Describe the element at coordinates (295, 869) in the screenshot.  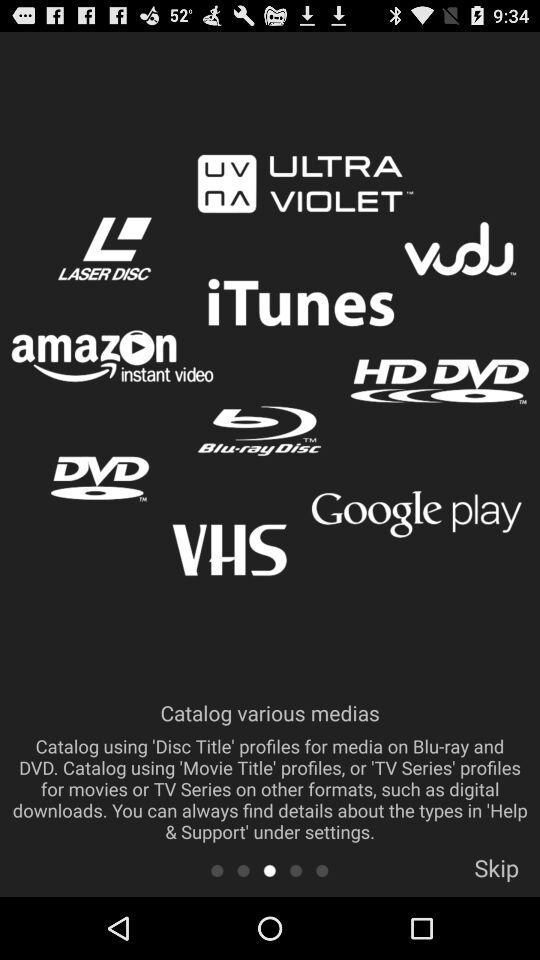
I see `icon below the catalog various medias icon` at that location.